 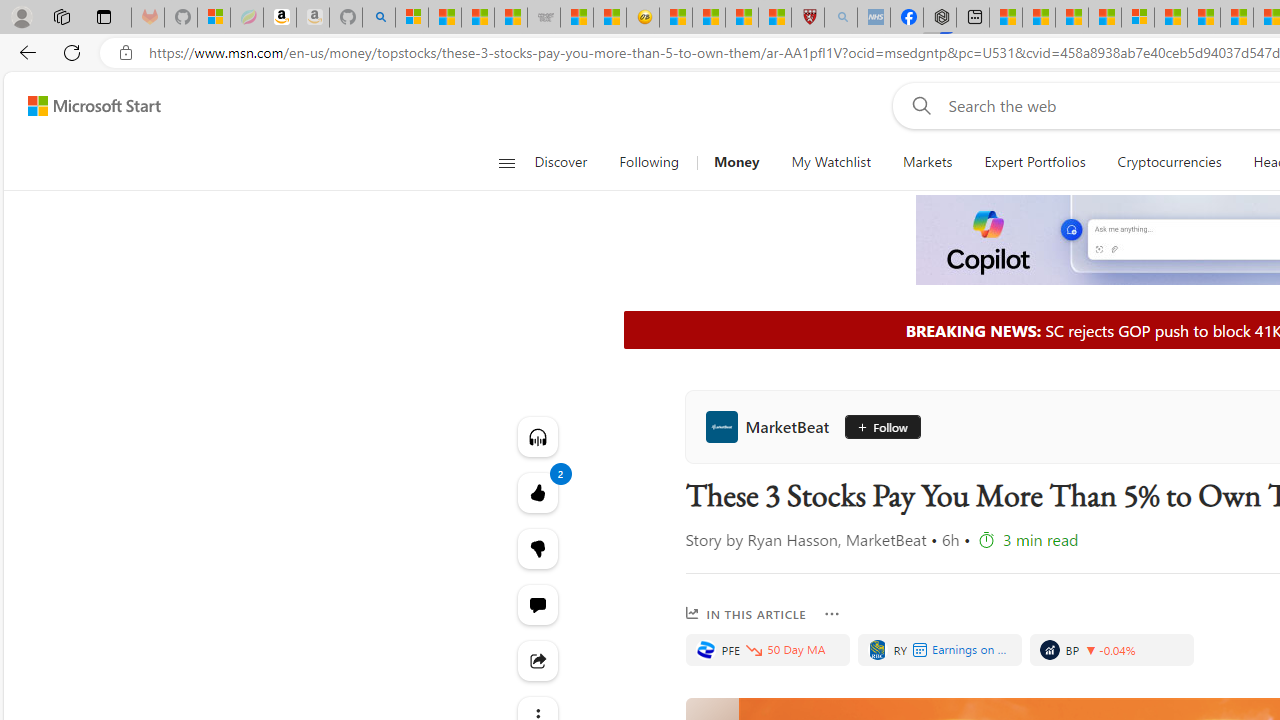 What do you see at coordinates (81, 105) in the screenshot?
I see `'Skip to footer'` at bounding box center [81, 105].